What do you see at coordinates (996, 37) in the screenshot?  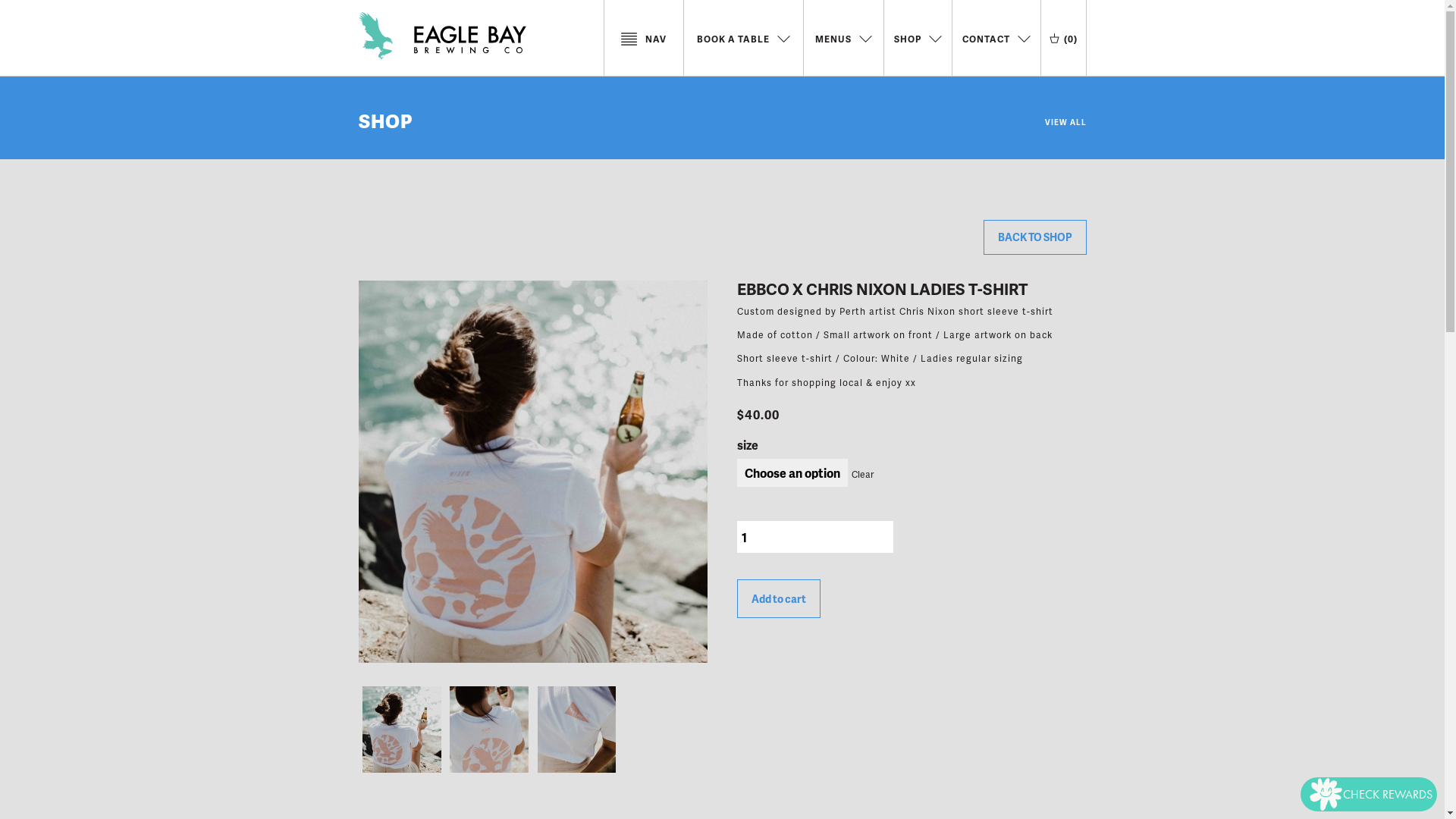 I see `'CONTACT'` at bounding box center [996, 37].